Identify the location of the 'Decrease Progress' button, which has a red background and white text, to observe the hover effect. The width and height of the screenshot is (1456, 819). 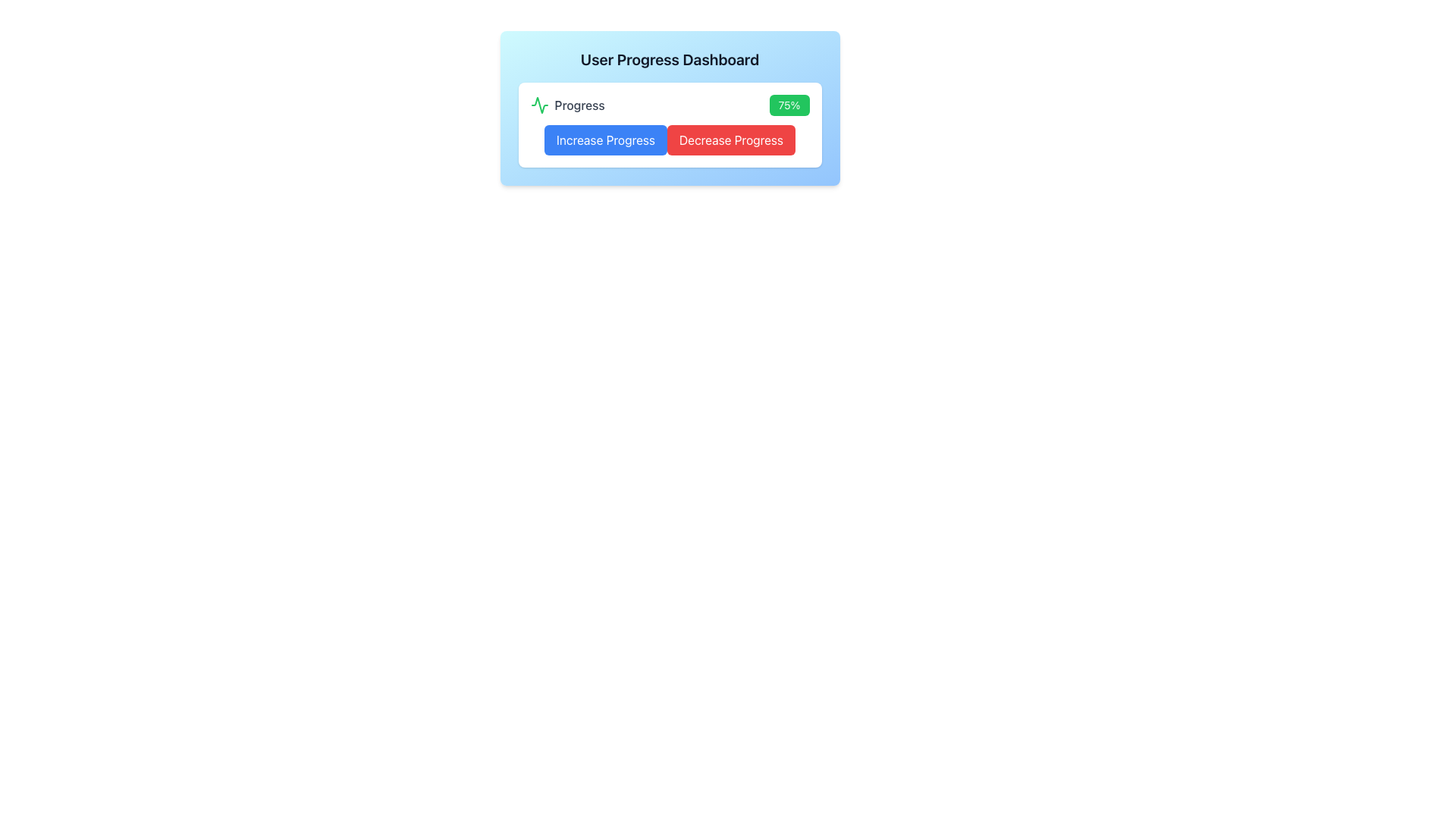
(731, 140).